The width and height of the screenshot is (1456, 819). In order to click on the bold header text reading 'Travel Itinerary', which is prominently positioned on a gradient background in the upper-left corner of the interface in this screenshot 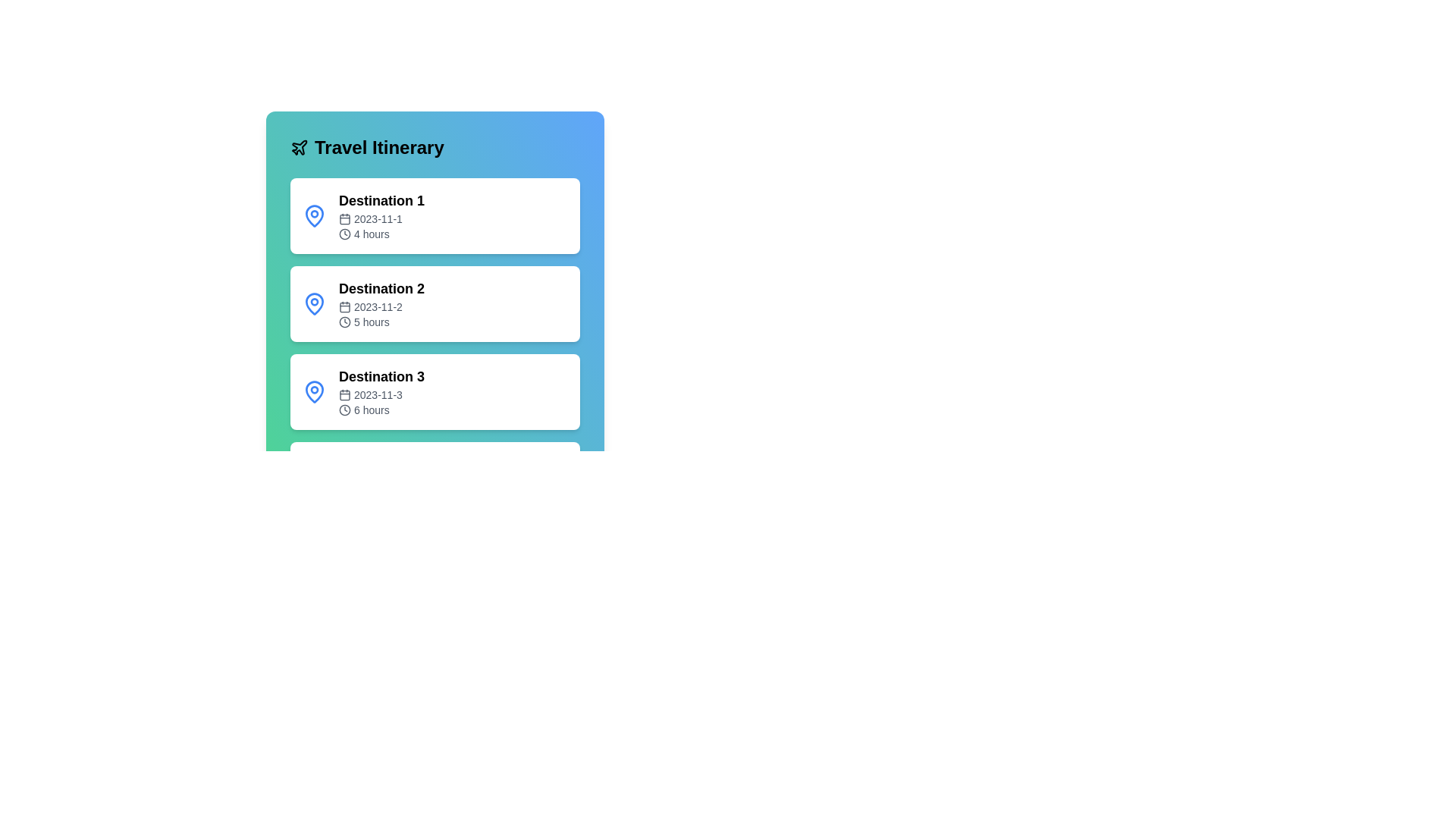, I will do `click(379, 148)`.